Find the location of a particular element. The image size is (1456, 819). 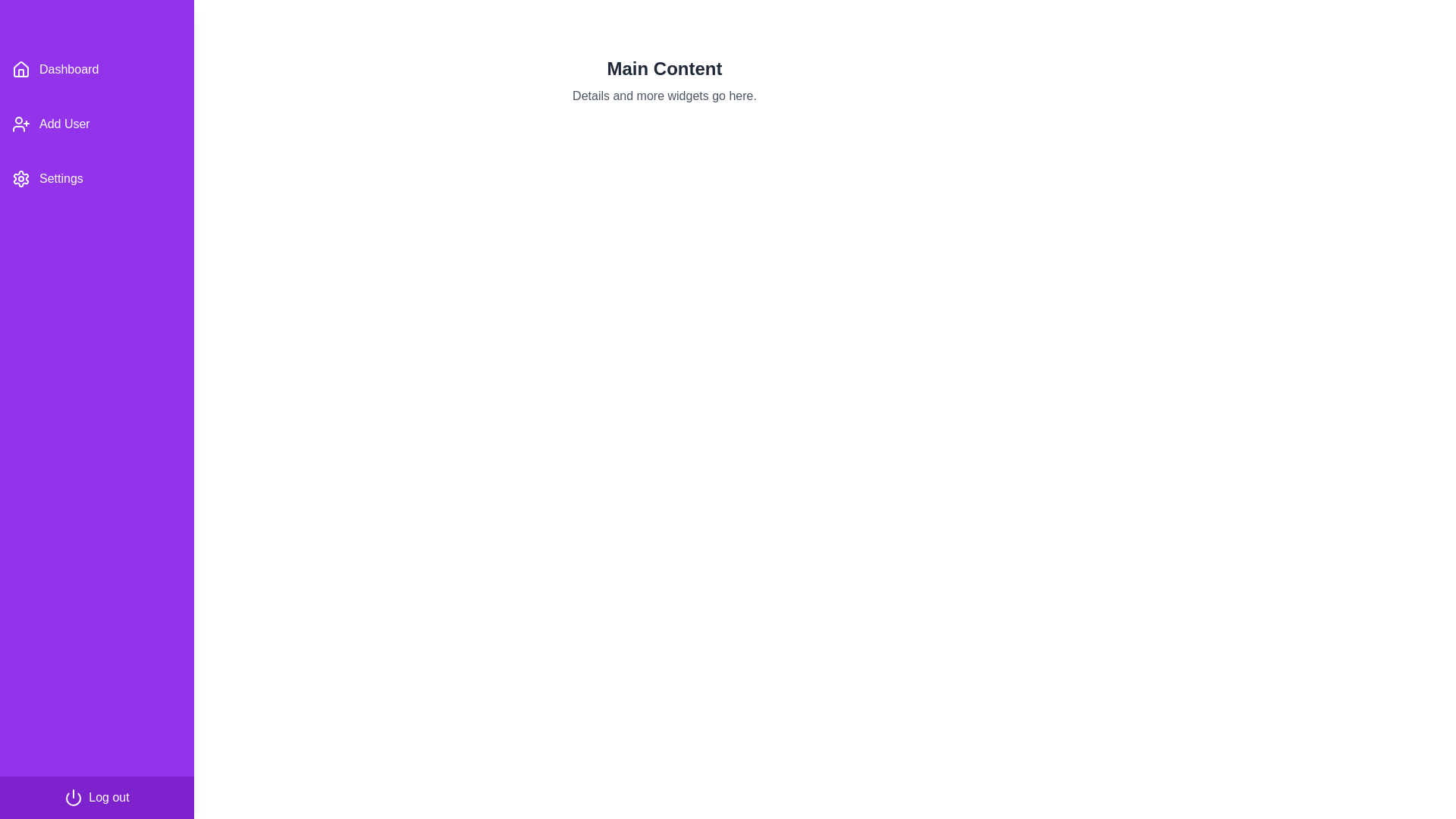

the 'Settings' menu item in the drawer is located at coordinates (96, 177).